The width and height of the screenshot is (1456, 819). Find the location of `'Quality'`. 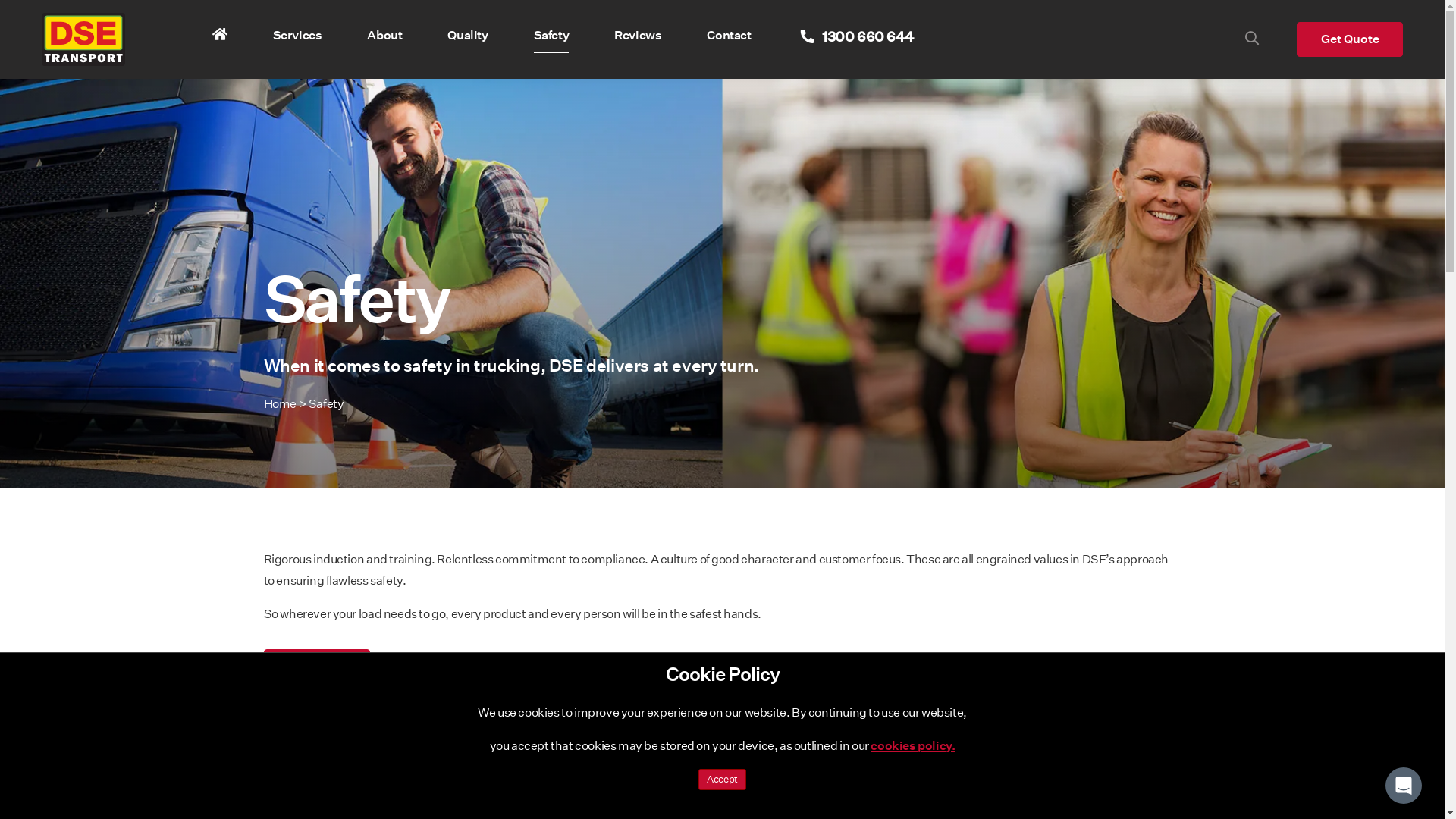

'Quality' is located at coordinates (466, 34).